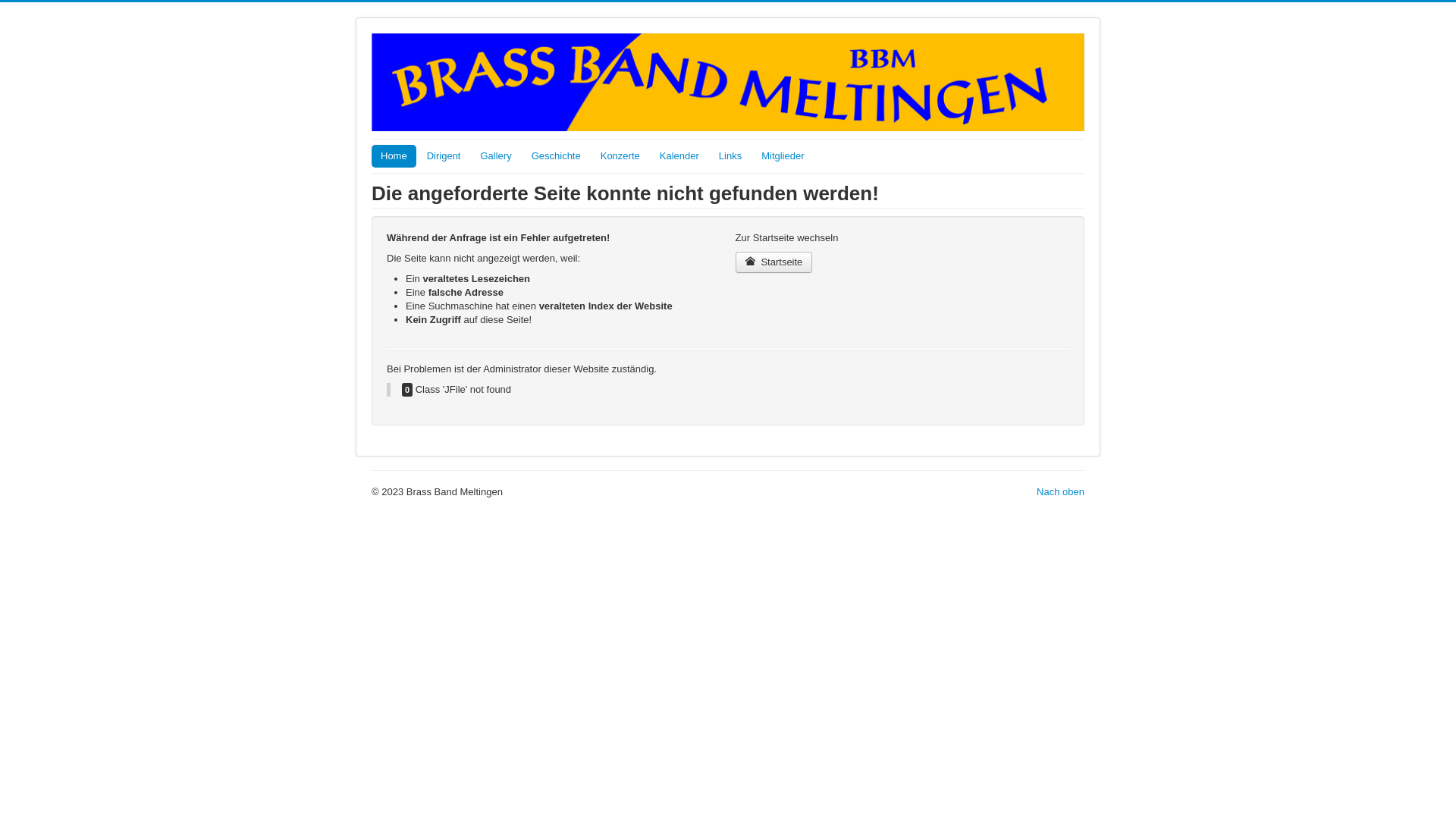 Image resolution: width=1456 pixels, height=819 pixels. I want to click on 'Startseite', so click(774, 262).